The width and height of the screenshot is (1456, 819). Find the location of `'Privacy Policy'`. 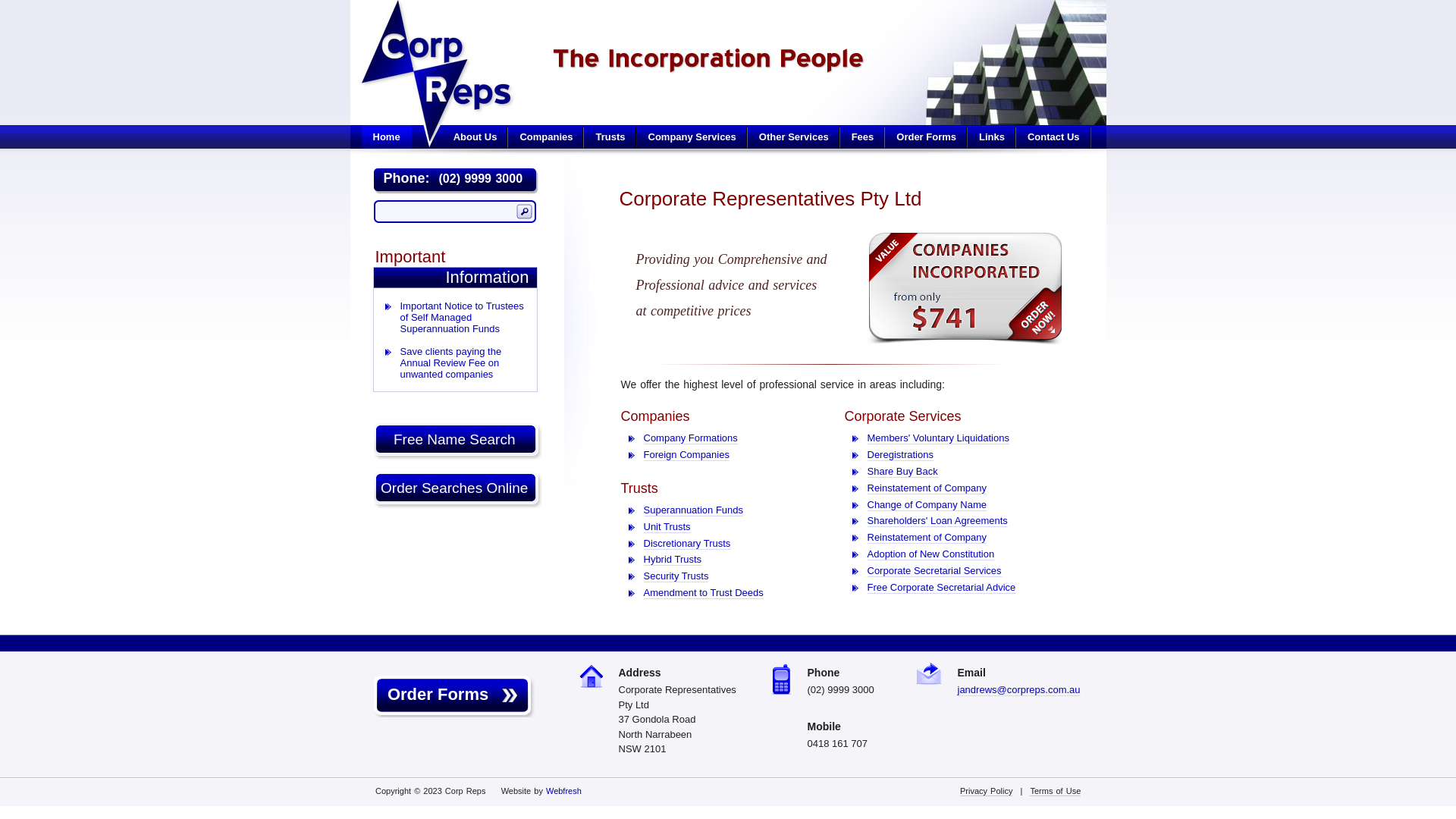

'Privacy Policy' is located at coordinates (986, 790).